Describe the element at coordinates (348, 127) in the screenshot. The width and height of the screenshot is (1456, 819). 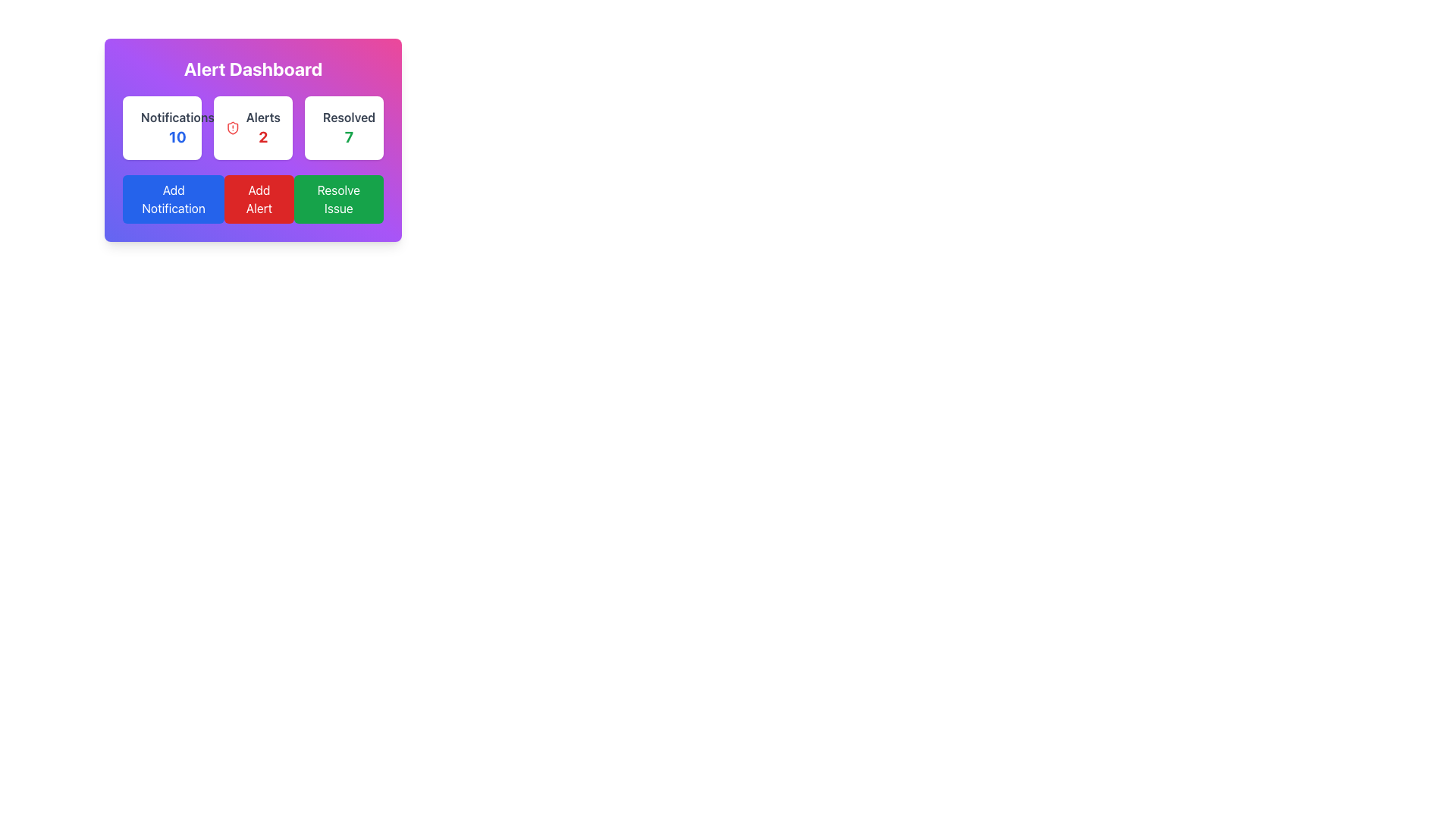
I see `displayed text from the third Text label in the top row of the dashboard, which shows the count of resolved issues and is located to the right of the 'Alerts' card` at that location.